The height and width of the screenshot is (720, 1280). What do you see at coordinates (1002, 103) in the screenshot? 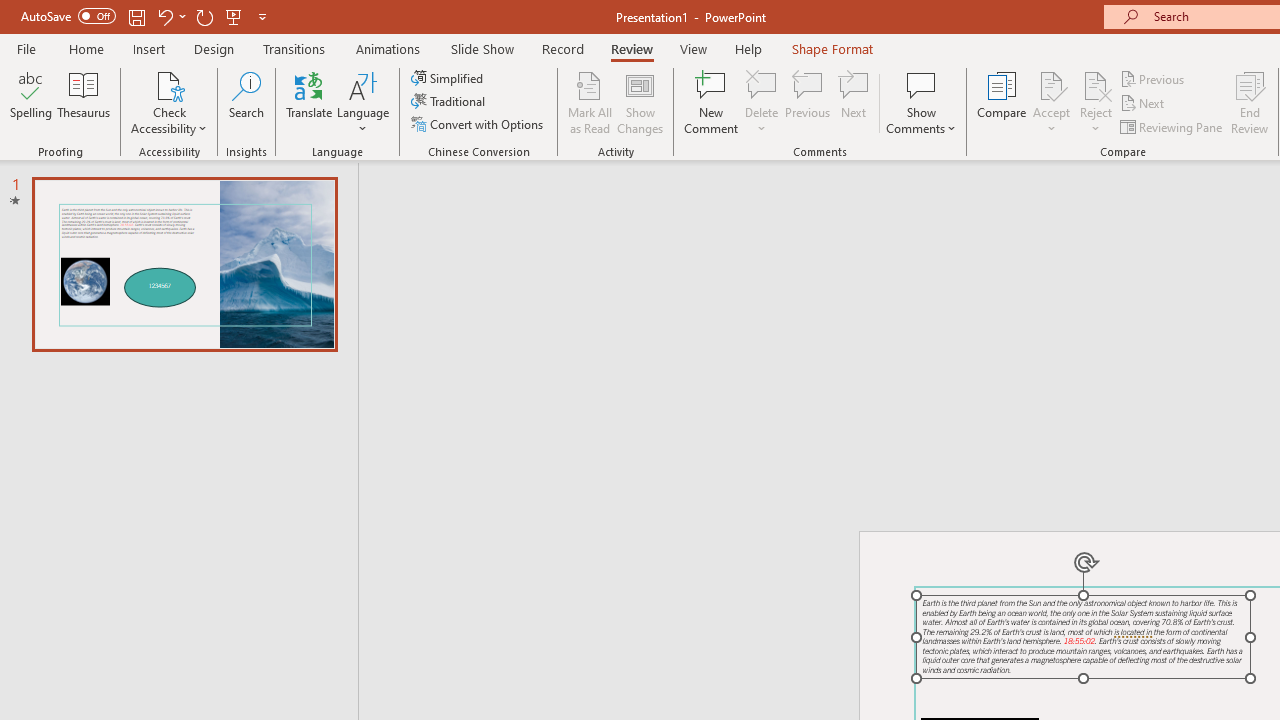
I see `'Compare'` at bounding box center [1002, 103].